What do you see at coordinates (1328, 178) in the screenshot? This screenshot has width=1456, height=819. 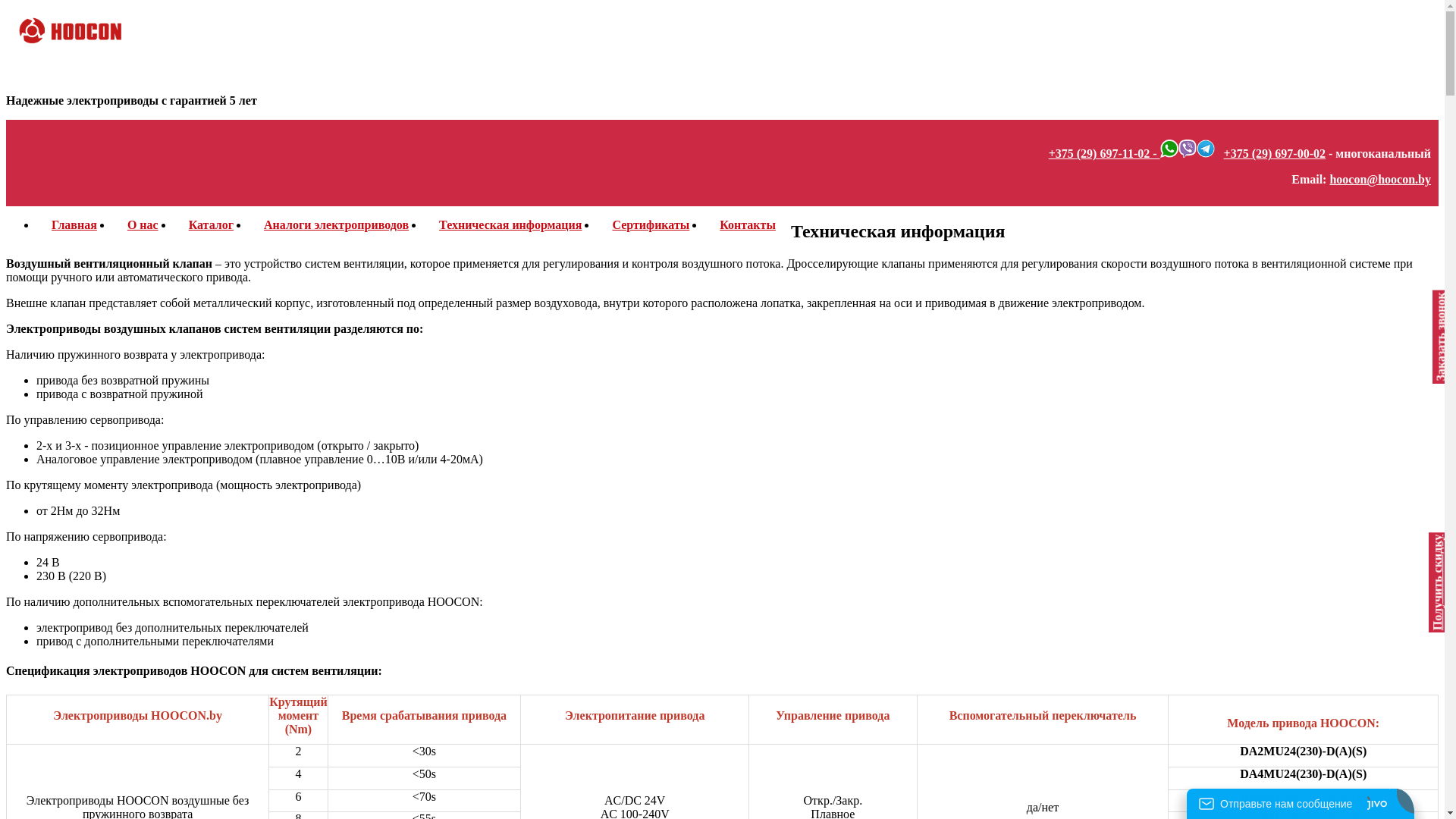 I see `'hoocon@hoocon.by'` at bounding box center [1328, 178].